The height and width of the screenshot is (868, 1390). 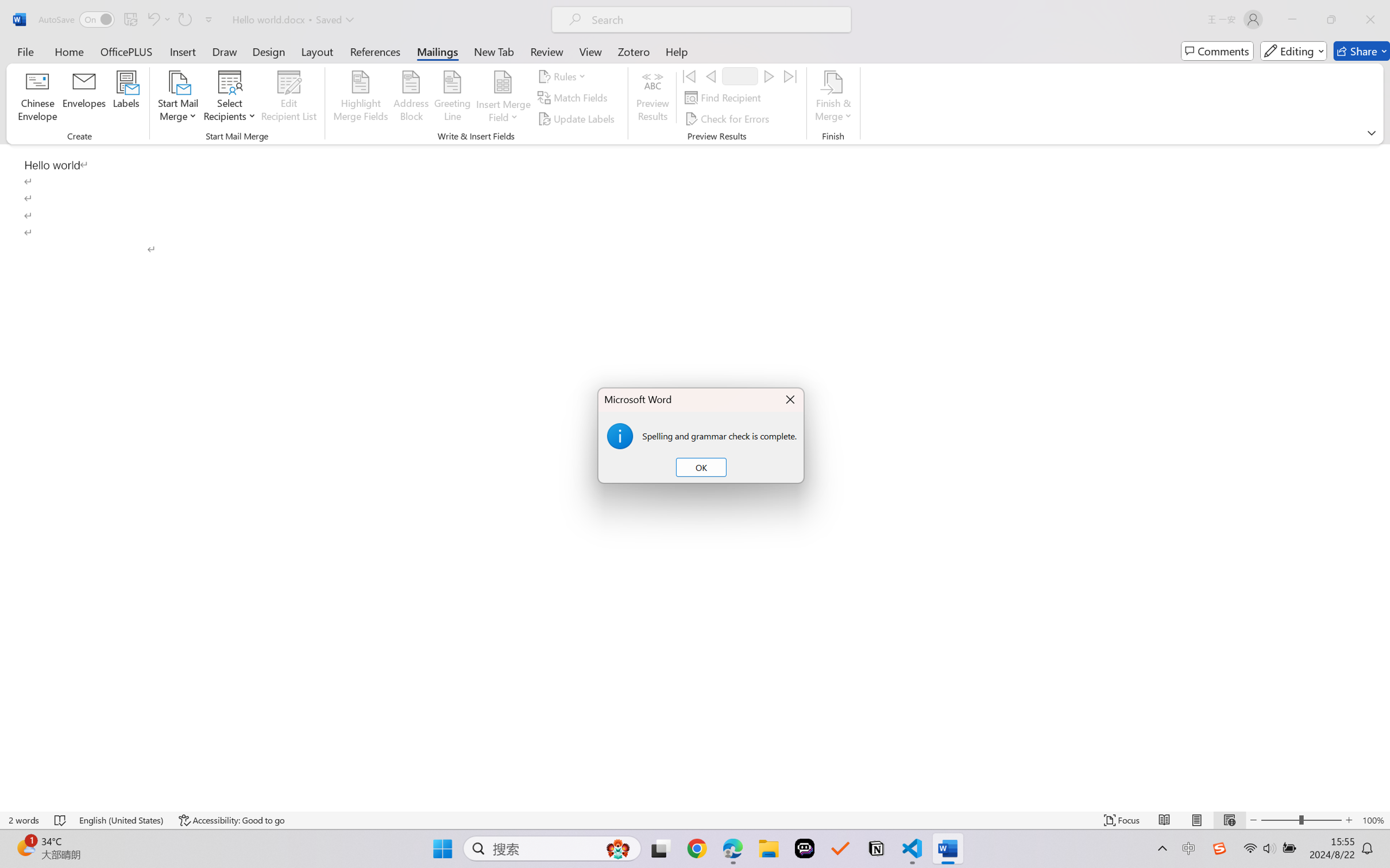 I want to click on 'Mailings', so click(x=438, y=51).